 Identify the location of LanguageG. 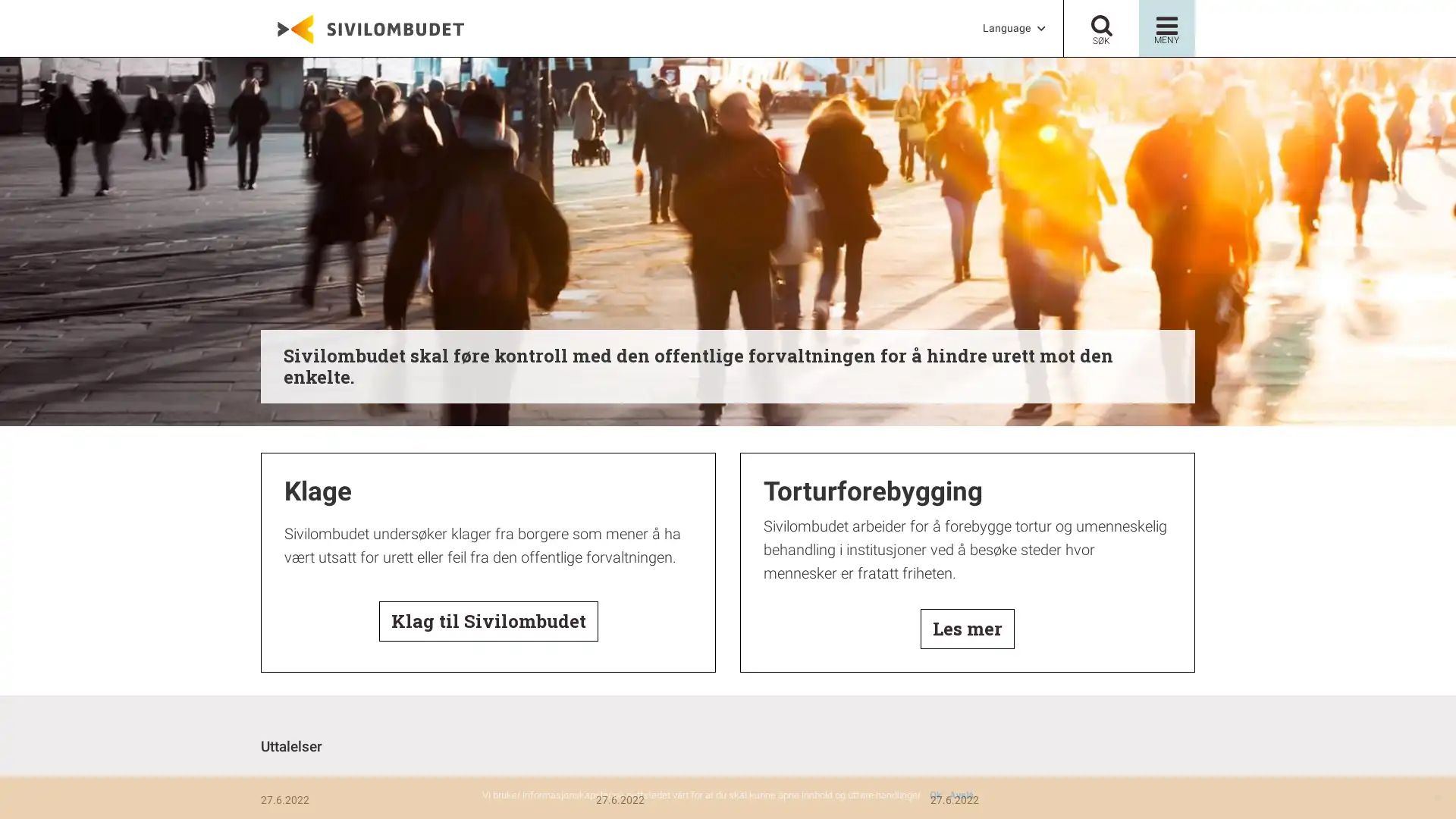
(993, 28).